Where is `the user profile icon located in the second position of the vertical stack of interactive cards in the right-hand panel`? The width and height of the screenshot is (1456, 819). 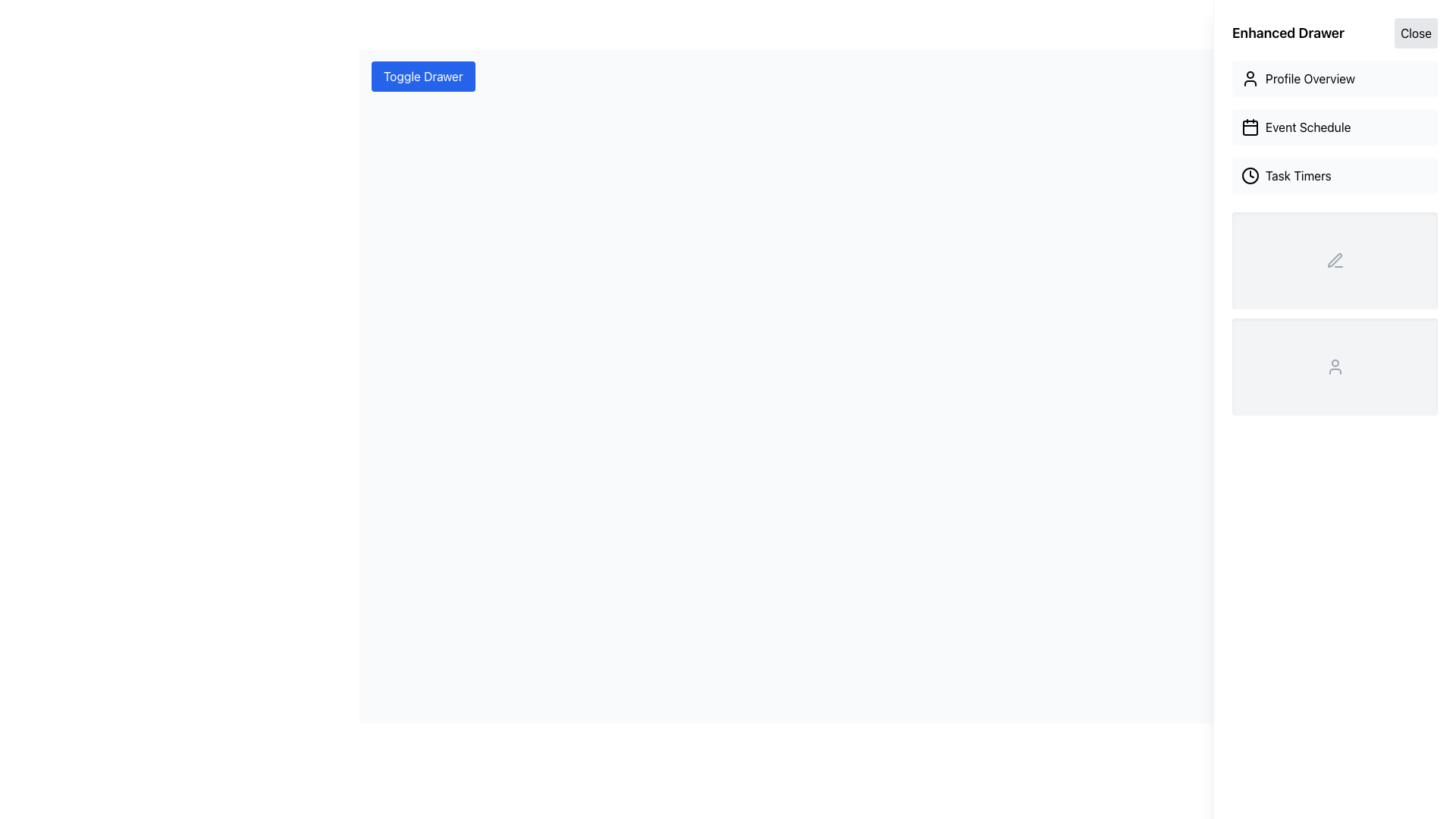 the user profile icon located in the second position of the vertical stack of interactive cards in the right-hand panel is located at coordinates (1335, 366).